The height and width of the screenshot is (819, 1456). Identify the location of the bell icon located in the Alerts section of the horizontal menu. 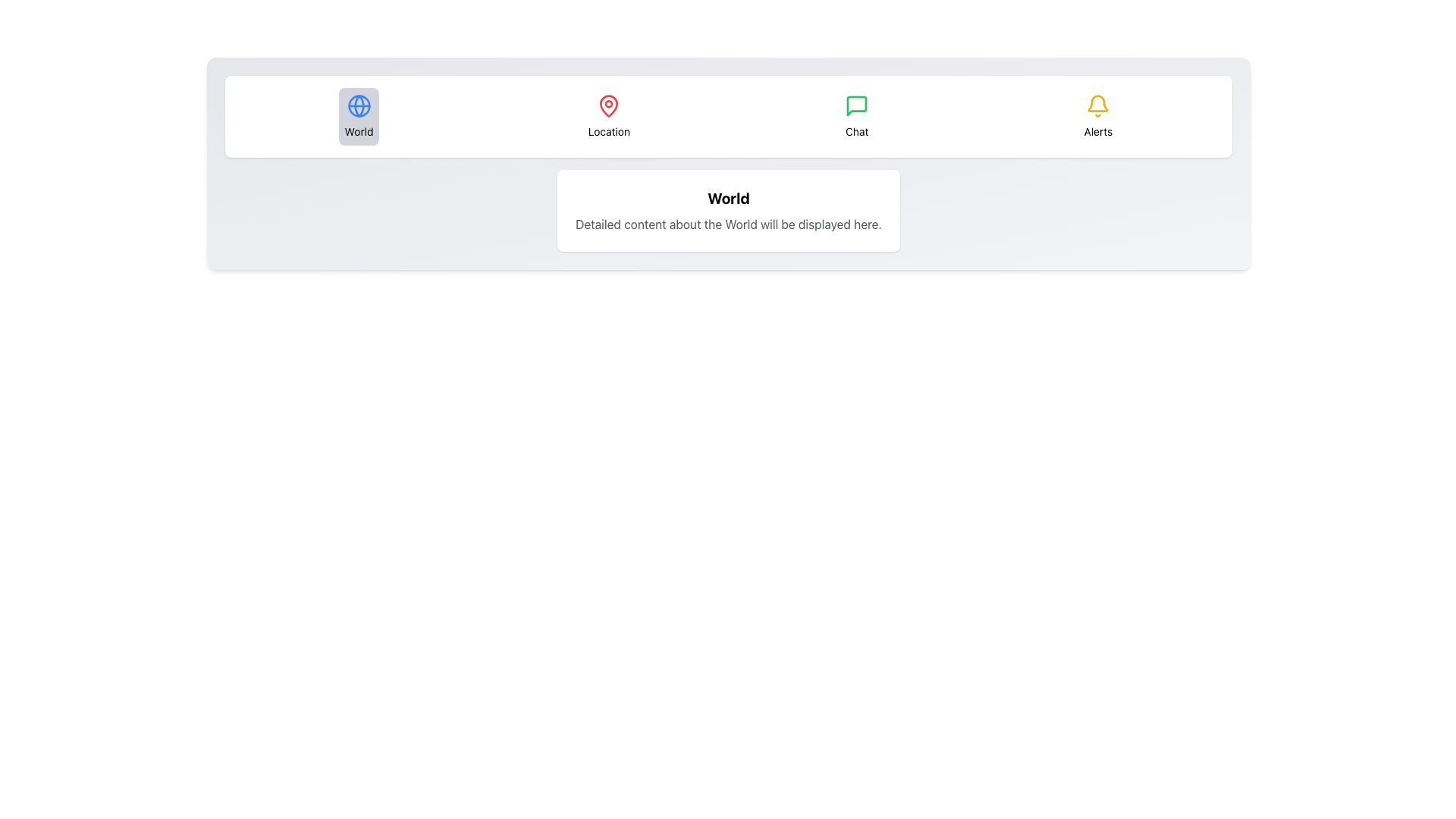
(1098, 105).